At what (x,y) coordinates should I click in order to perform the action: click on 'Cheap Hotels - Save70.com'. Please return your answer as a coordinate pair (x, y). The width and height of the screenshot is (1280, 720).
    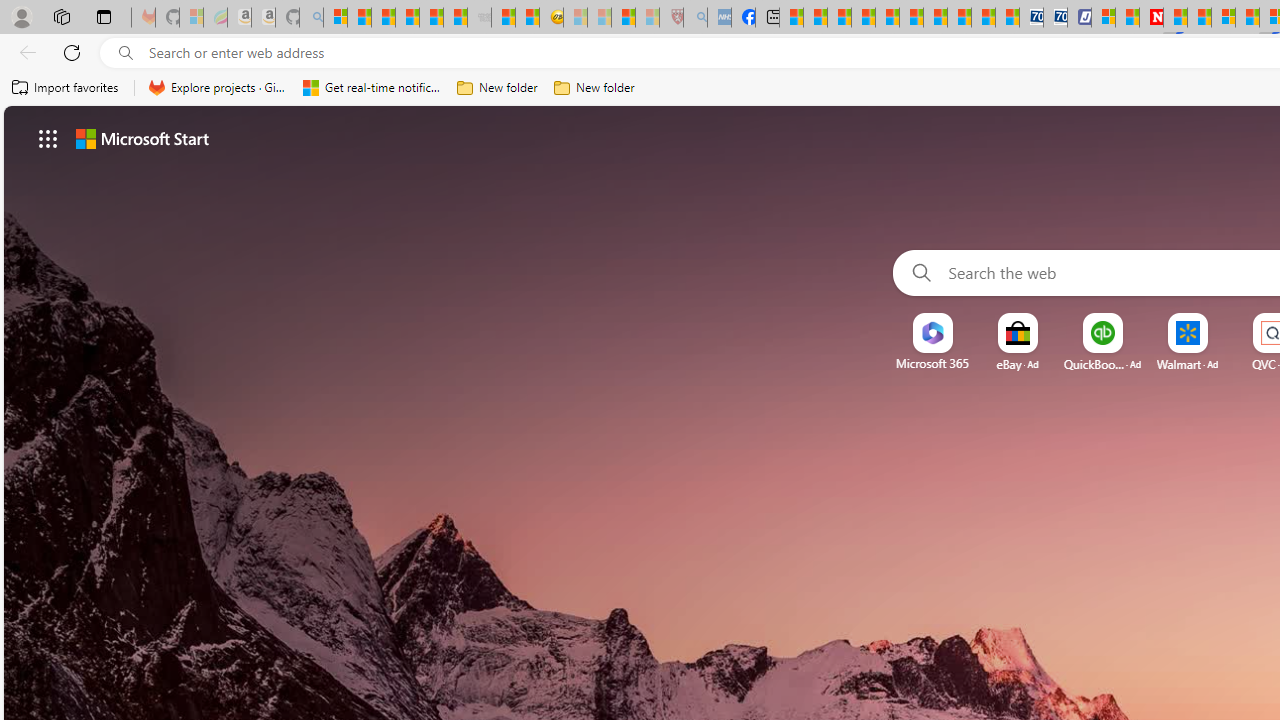
    Looking at the image, I should click on (1055, 17).